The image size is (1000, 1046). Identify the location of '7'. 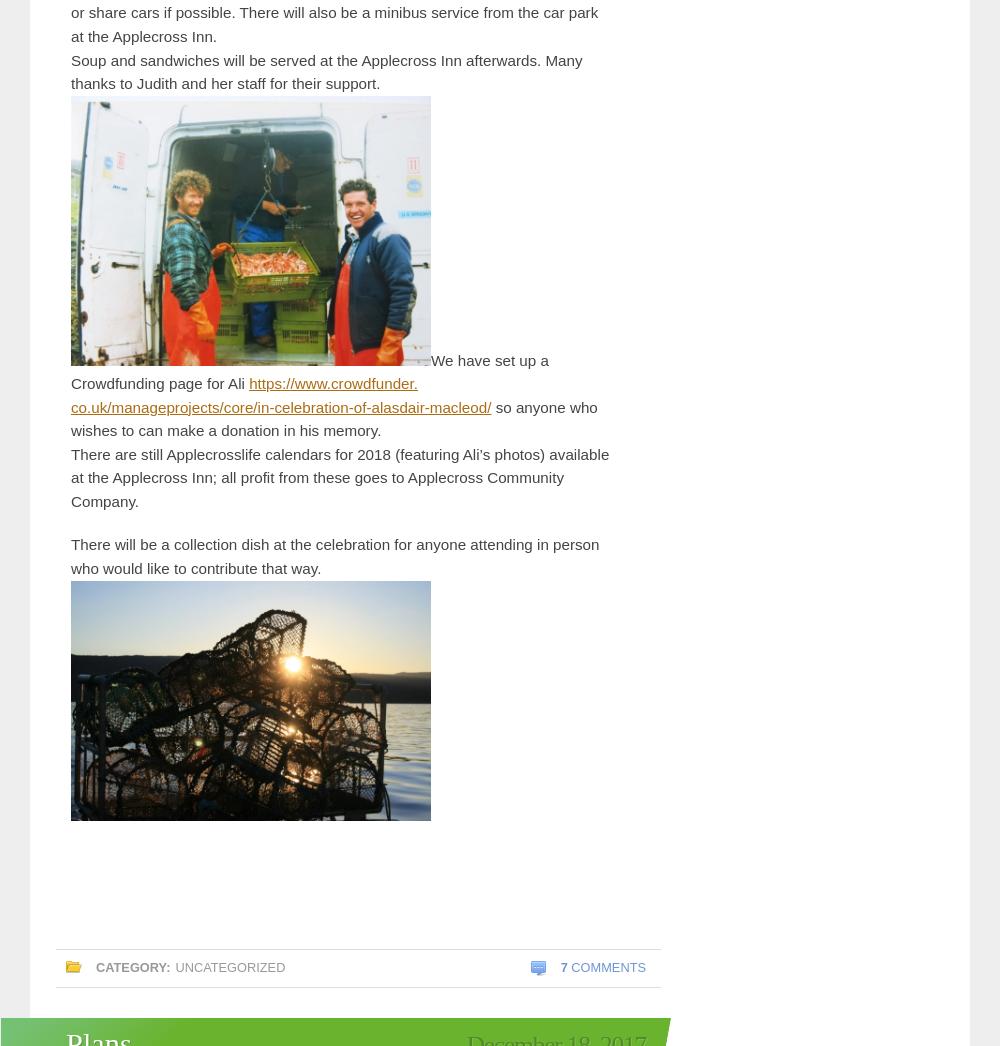
(562, 966).